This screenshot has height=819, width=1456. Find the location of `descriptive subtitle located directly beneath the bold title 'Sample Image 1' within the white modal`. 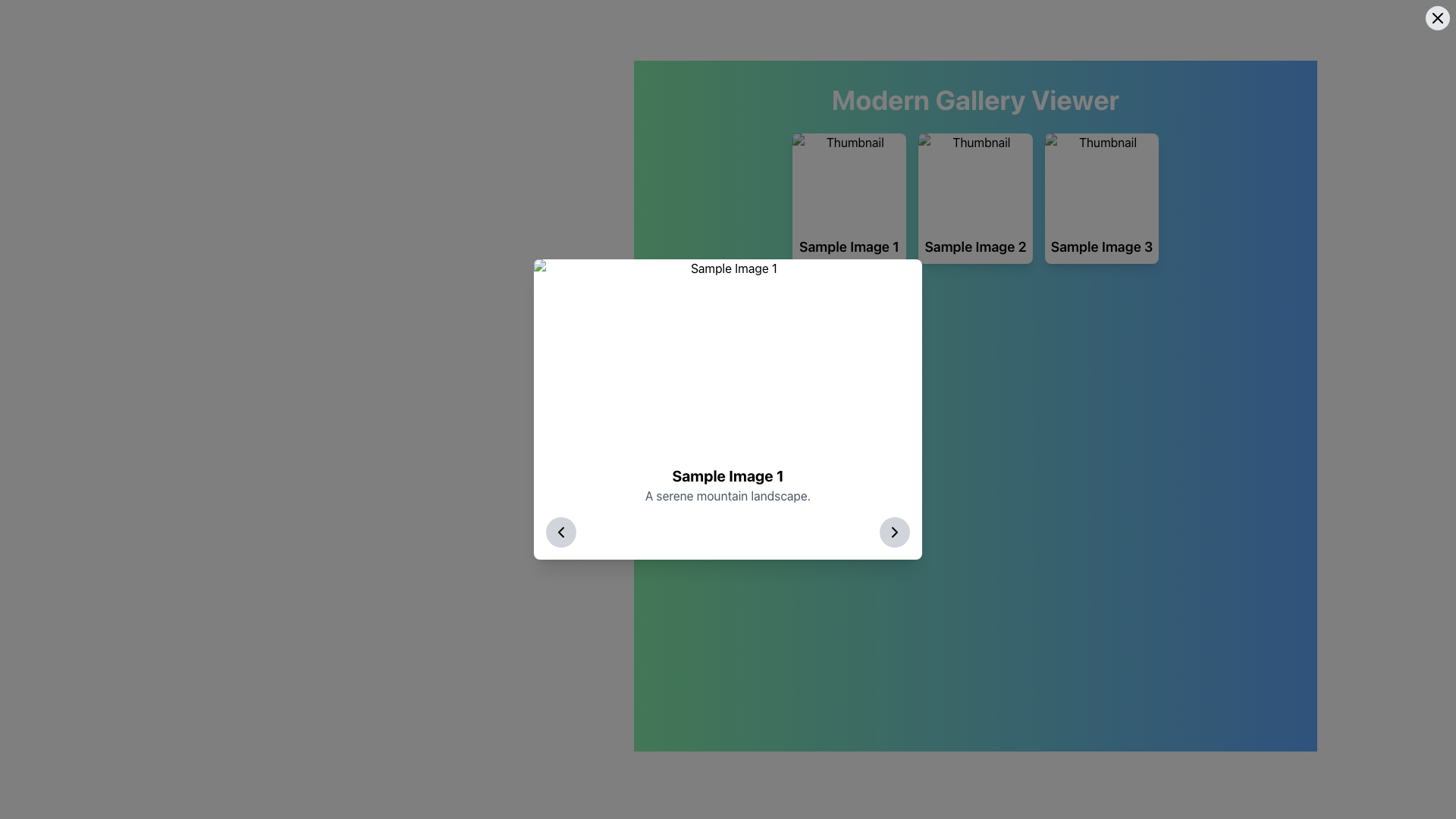

descriptive subtitle located directly beneath the bold title 'Sample Image 1' within the white modal is located at coordinates (728, 496).